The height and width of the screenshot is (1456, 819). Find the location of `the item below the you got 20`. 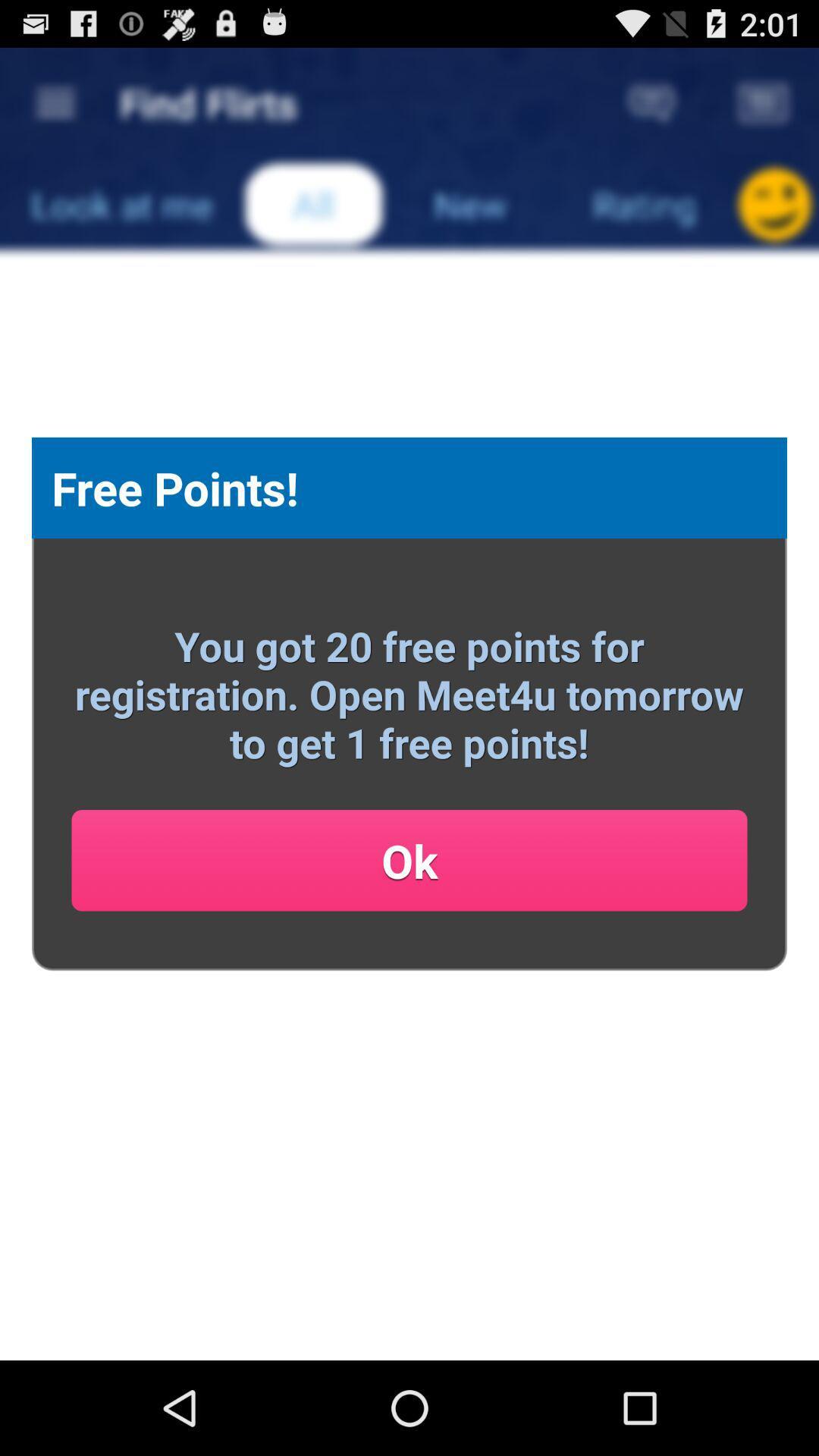

the item below the you got 20 is located at coordinates (409, 860).